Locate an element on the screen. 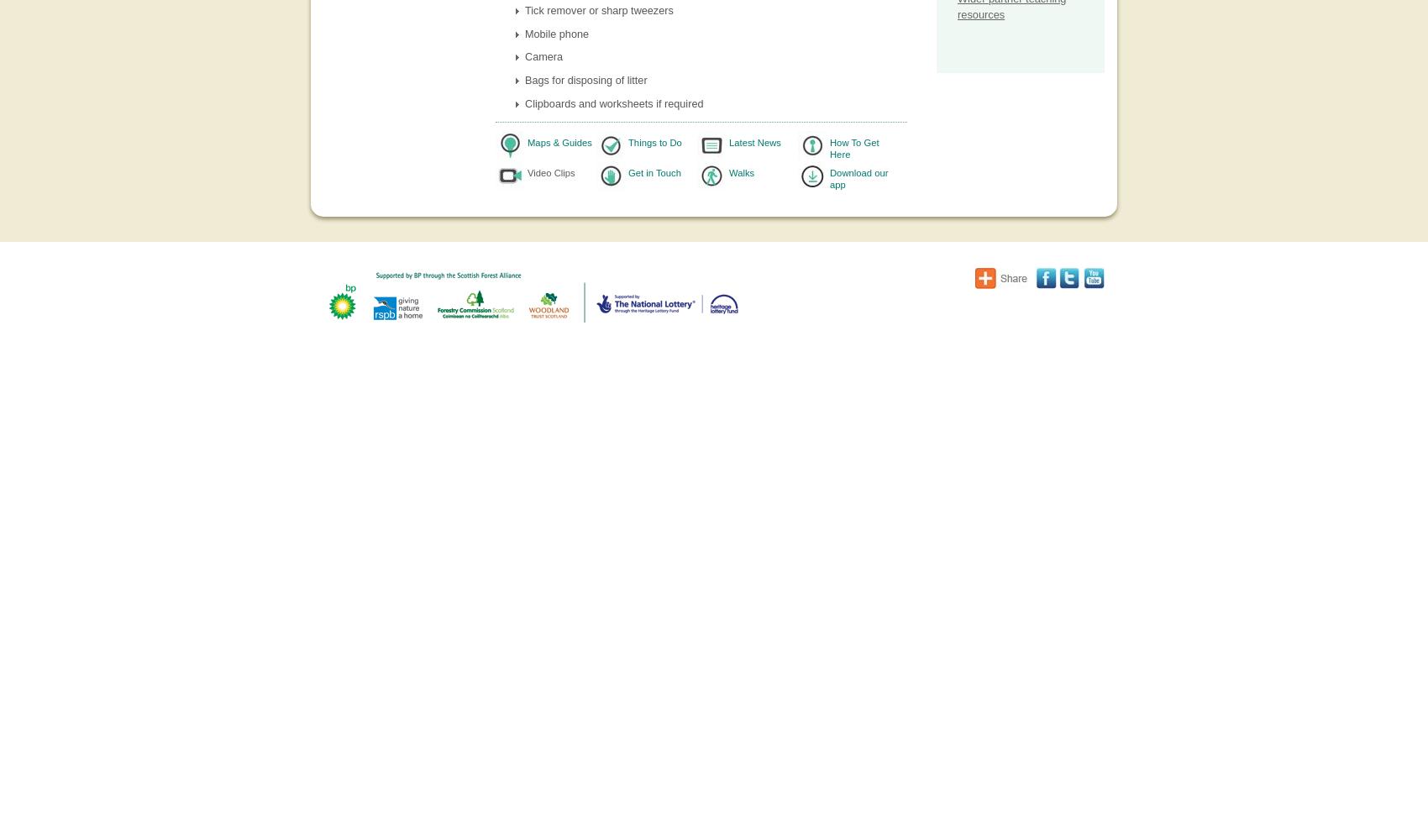 The height and width of the screenshot is (840, 1428). 'Things to Do' is located at coordinates (654, 142).